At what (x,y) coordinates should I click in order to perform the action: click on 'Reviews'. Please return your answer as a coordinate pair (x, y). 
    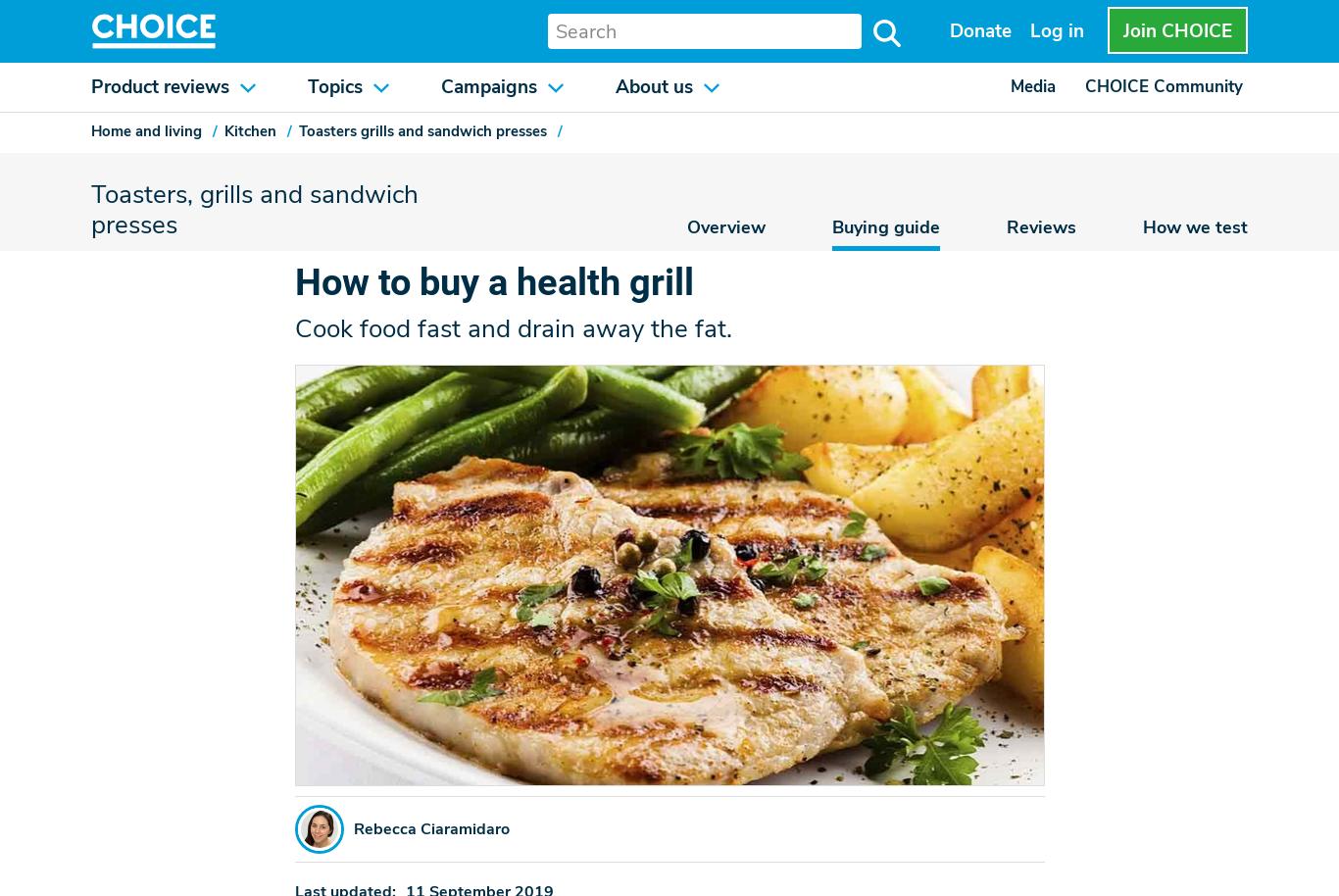
    Looking at the image, I should click on (1005, 224).